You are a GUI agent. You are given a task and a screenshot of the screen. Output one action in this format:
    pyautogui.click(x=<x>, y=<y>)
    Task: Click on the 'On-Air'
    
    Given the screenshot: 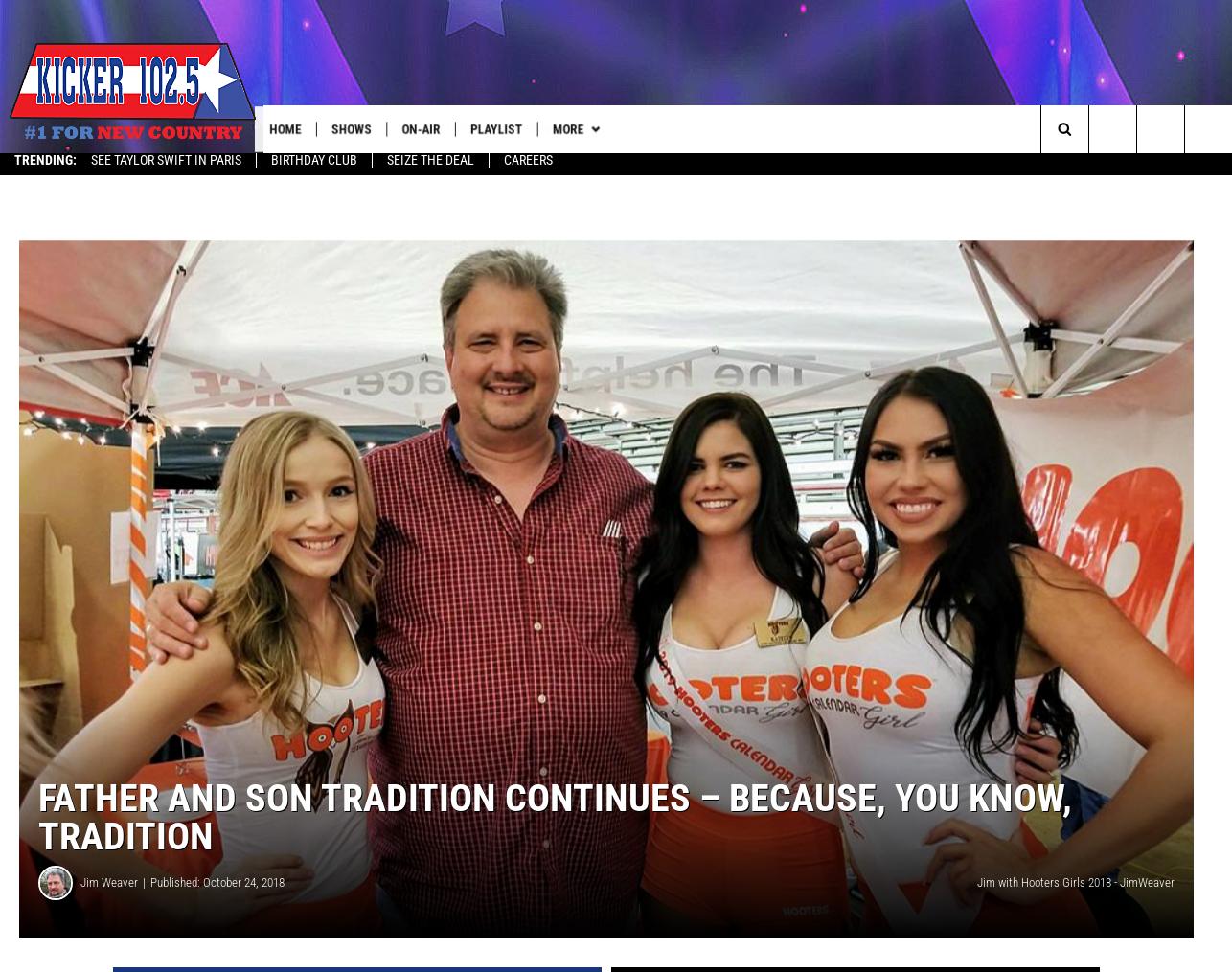 What is the action you would take?
    pyautogui.click(x=416, y=128)
    